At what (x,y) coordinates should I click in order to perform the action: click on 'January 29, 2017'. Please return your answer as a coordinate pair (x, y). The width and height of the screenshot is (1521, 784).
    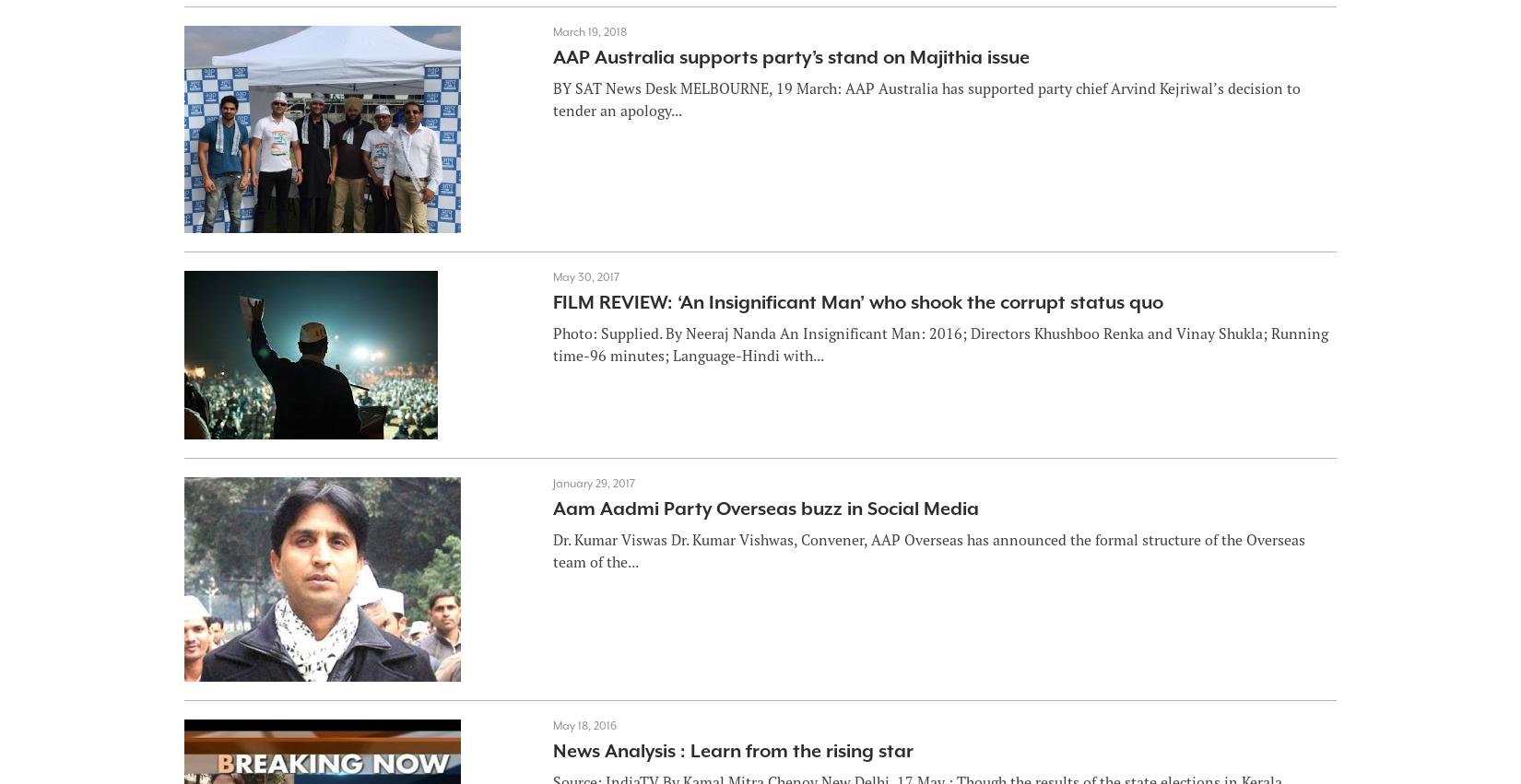
    Looking at the image, I should click on (592, 483).